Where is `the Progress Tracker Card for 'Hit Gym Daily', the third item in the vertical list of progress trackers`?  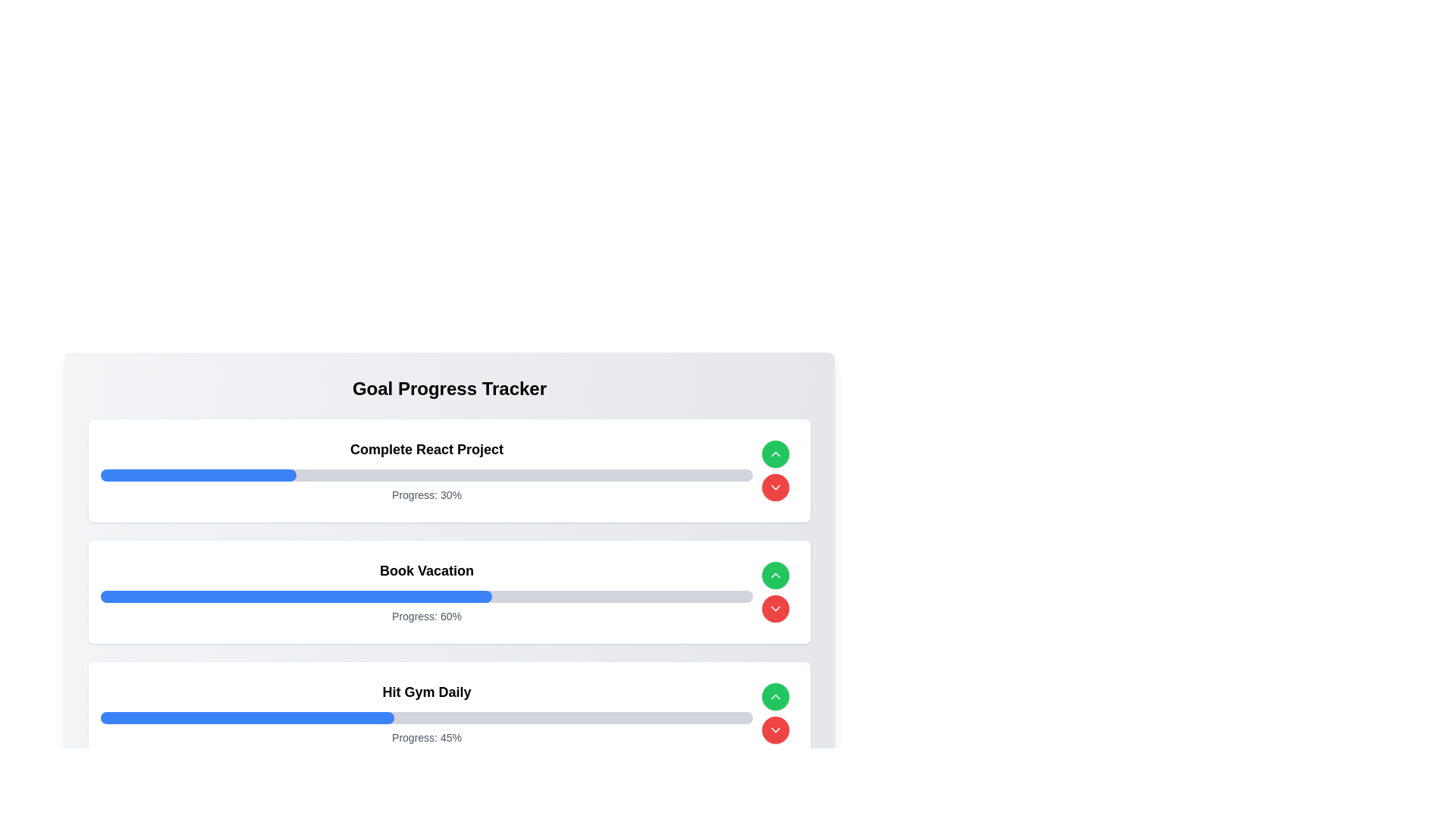 the Progress Tracker Card for 'Hit Gym Daily', the third item in the vertical list of progress trackers is located at coordinates (425, 714).